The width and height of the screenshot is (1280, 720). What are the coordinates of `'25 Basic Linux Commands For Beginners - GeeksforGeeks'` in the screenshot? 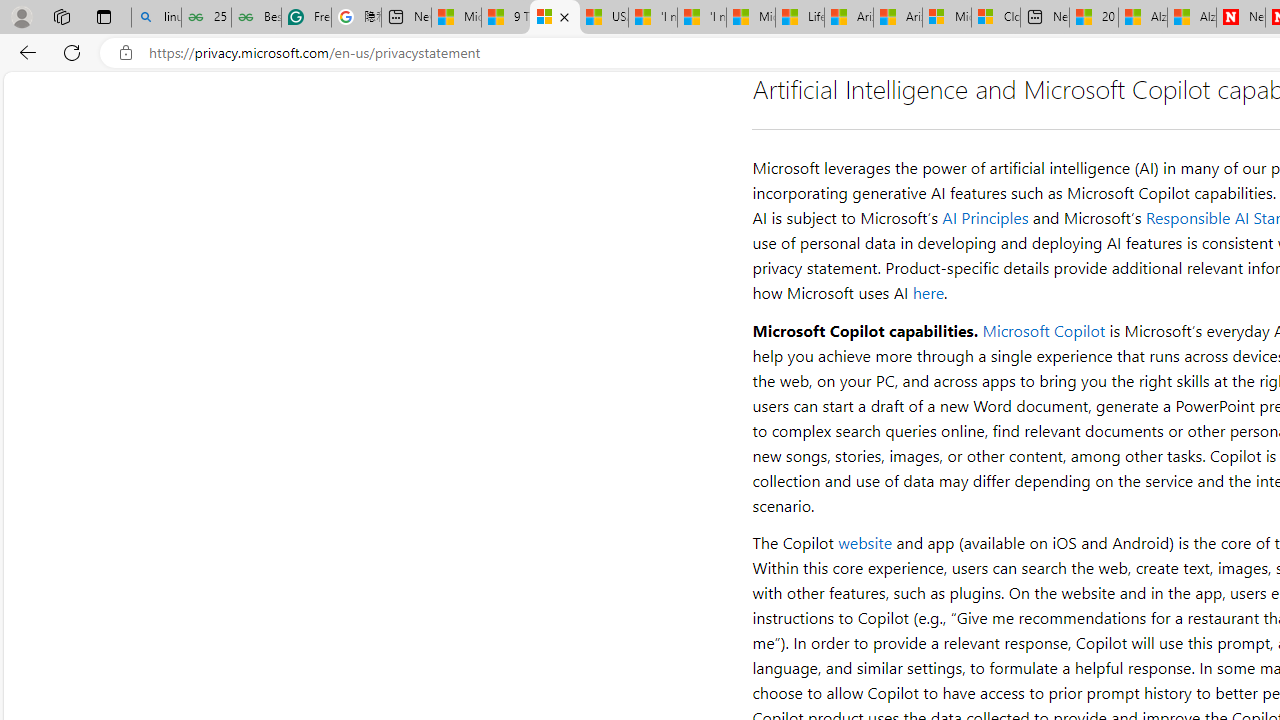 It's located at (206, 17).